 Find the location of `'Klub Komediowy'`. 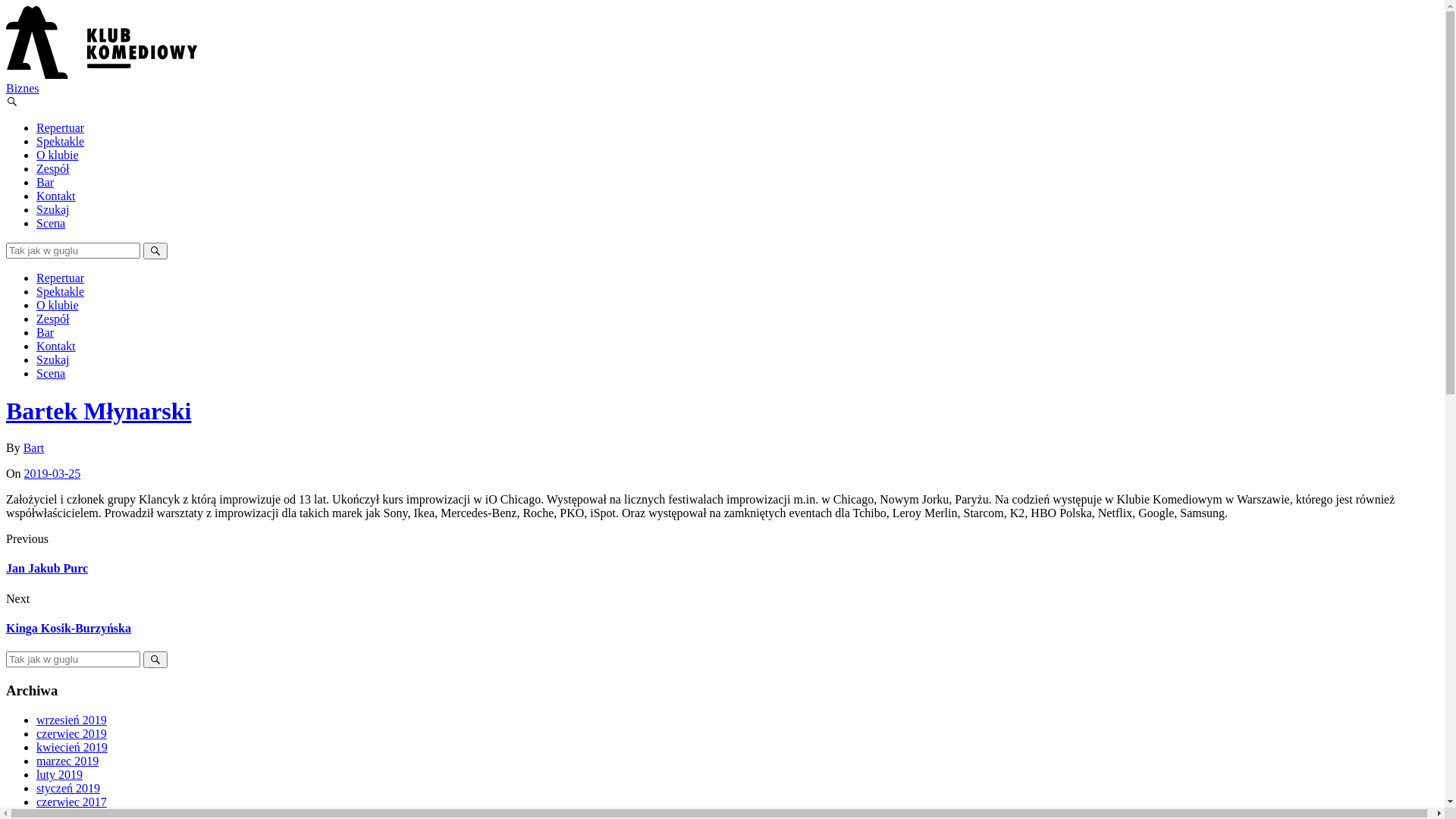

'Klub Komediowy' is located at coordinates (101, 74).